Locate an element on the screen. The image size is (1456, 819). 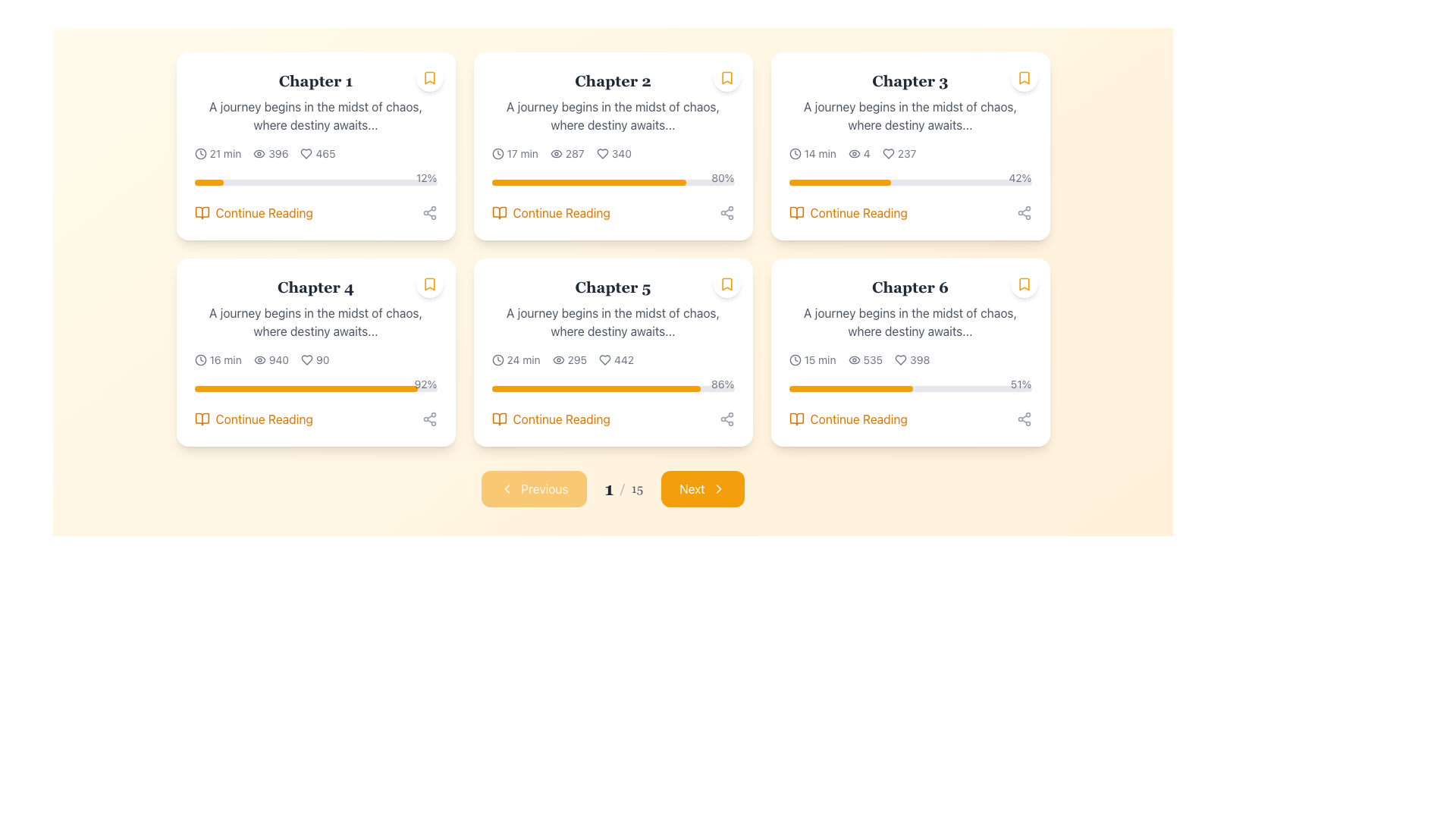
the 'Continue Reading' button located in the bottom section of the fourth card is located at coordinates (315, 419).